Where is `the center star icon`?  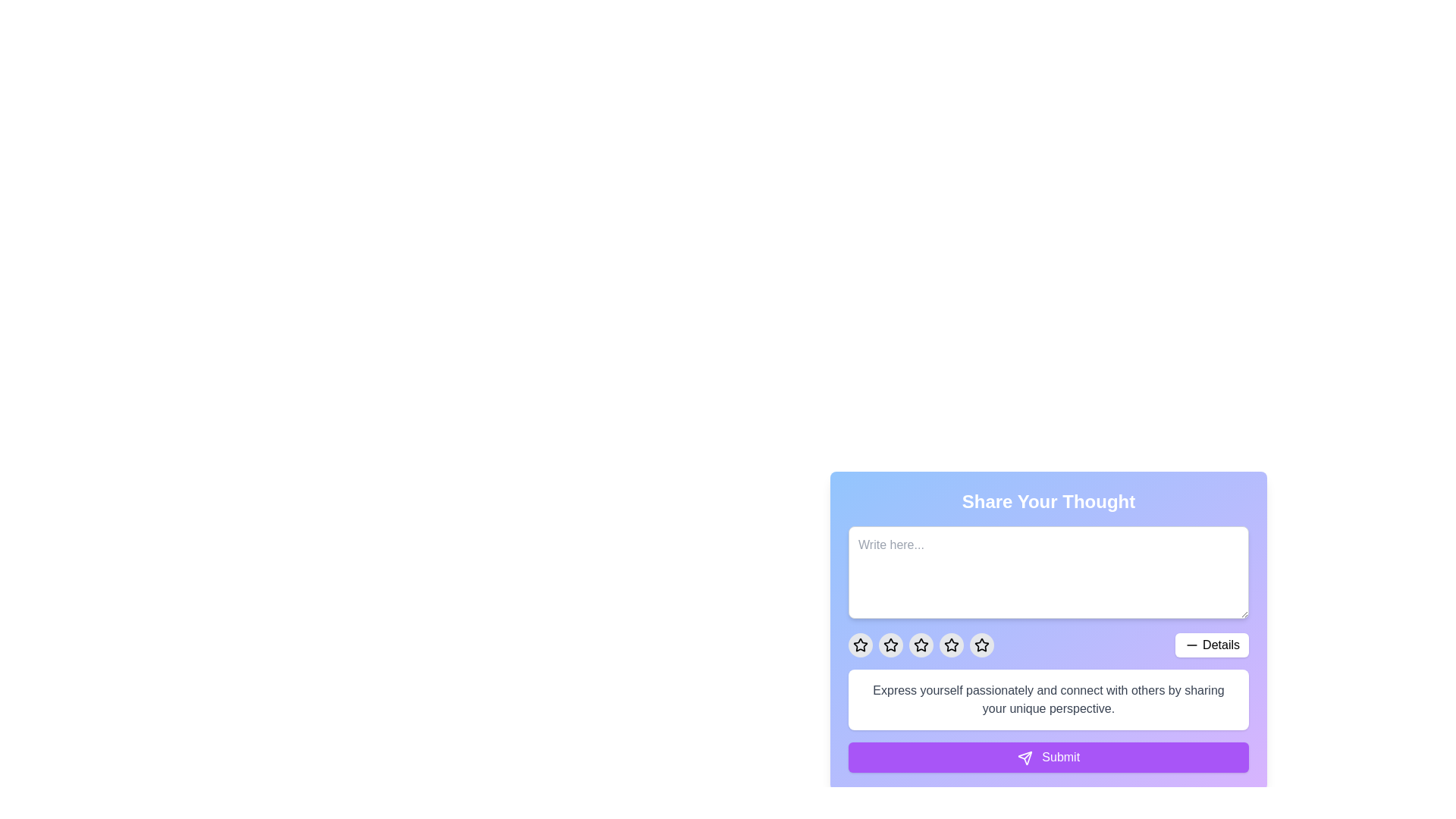
the center star icon is located at coordinates (920, 645).